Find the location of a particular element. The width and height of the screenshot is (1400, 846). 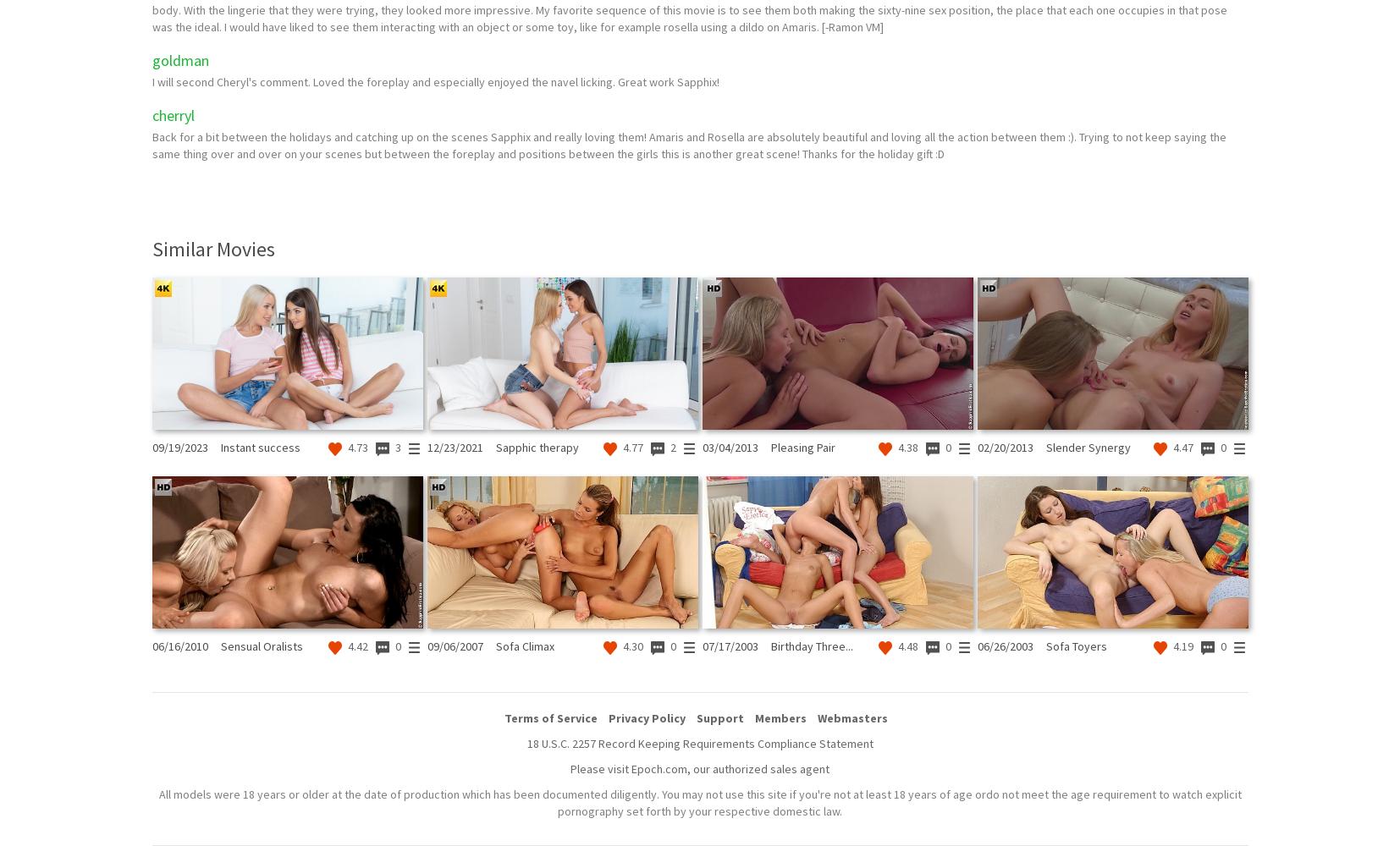

'3' is located at coordinates (396, 448).